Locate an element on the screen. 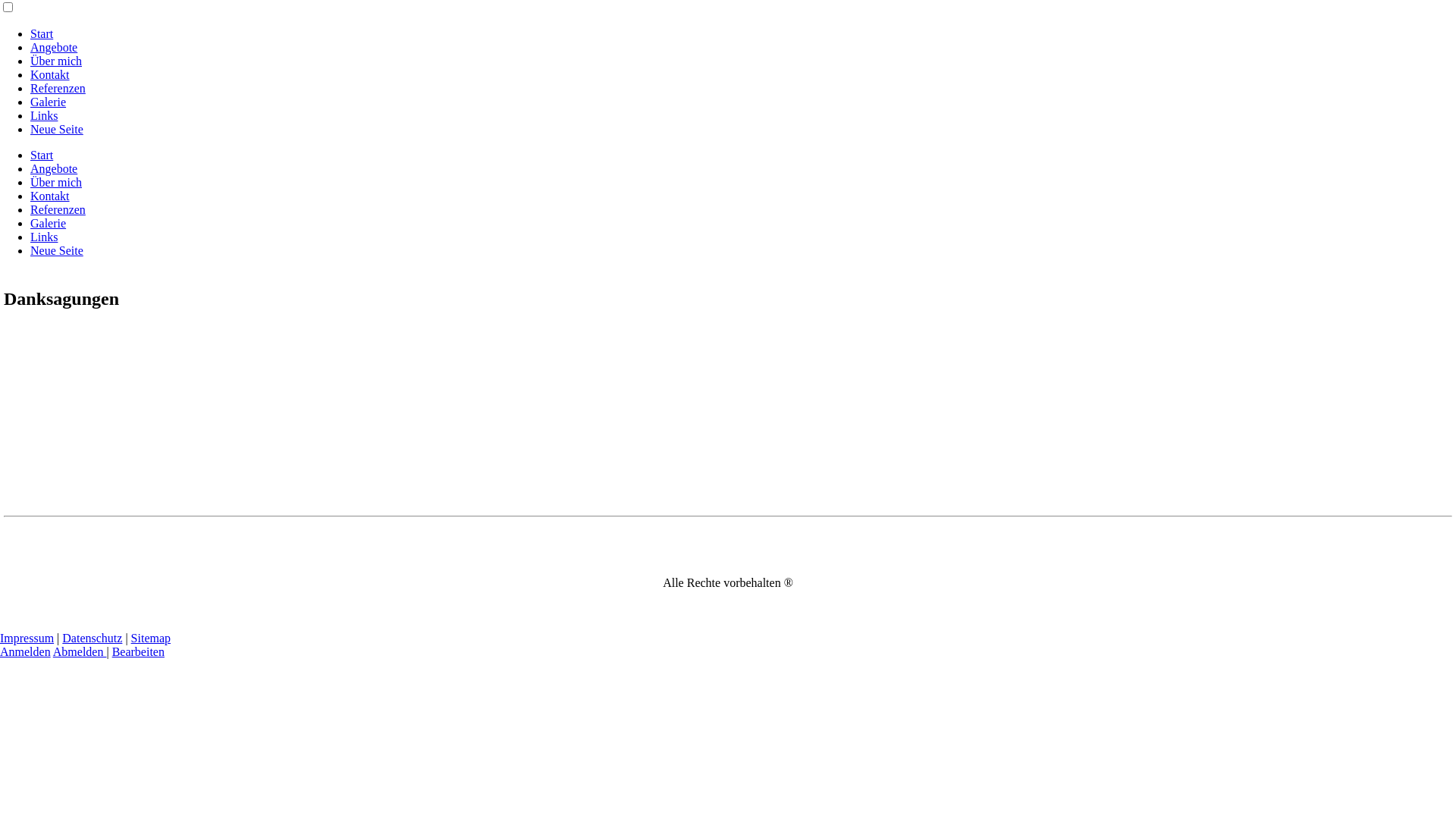  'Impressum' is located at coordinates (27, 638).